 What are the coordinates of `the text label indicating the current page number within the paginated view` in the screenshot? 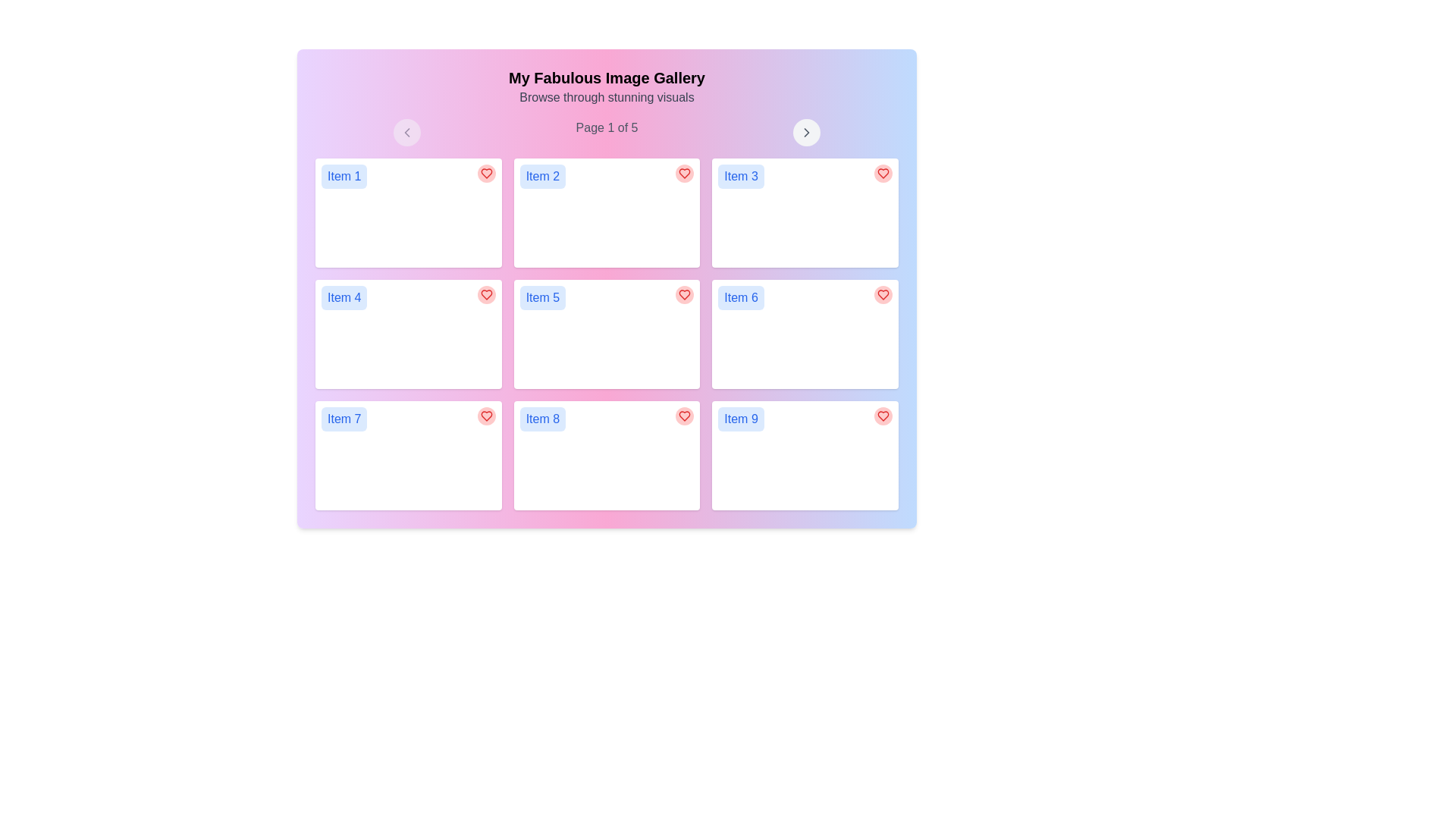 It's located at (607, 131).